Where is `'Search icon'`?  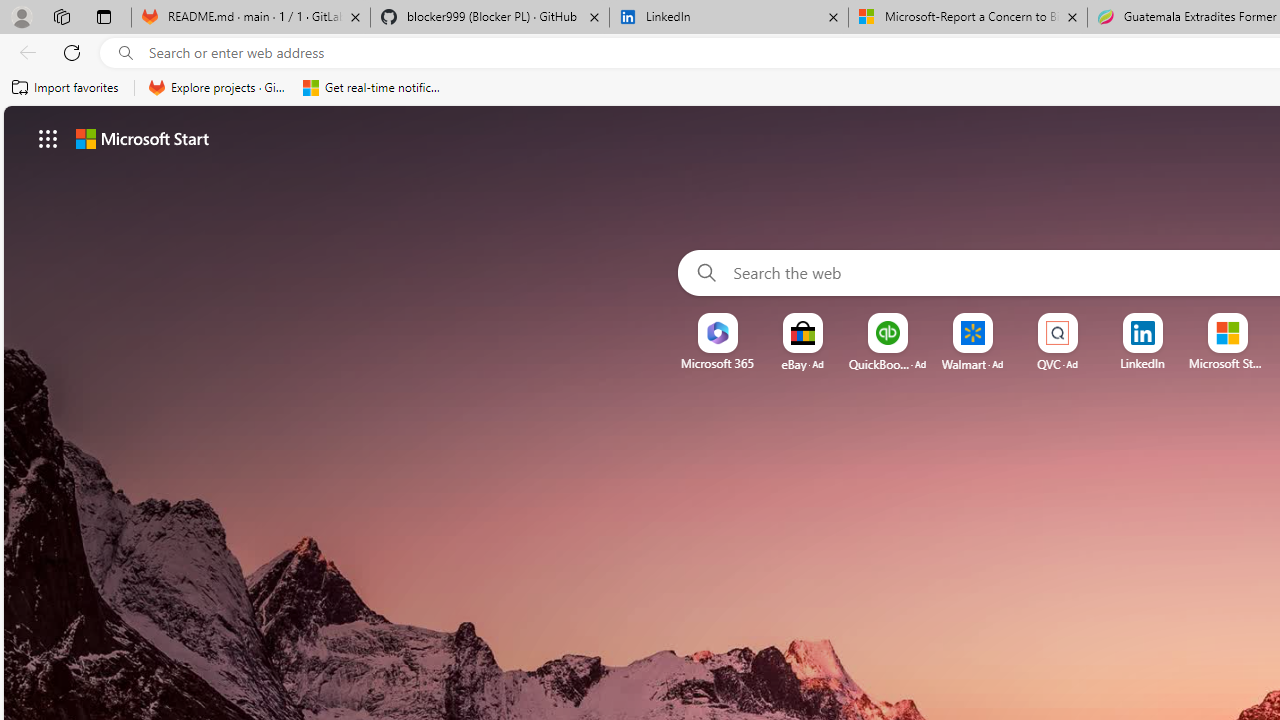 'Search icon' is located at coordinates (125, 52).